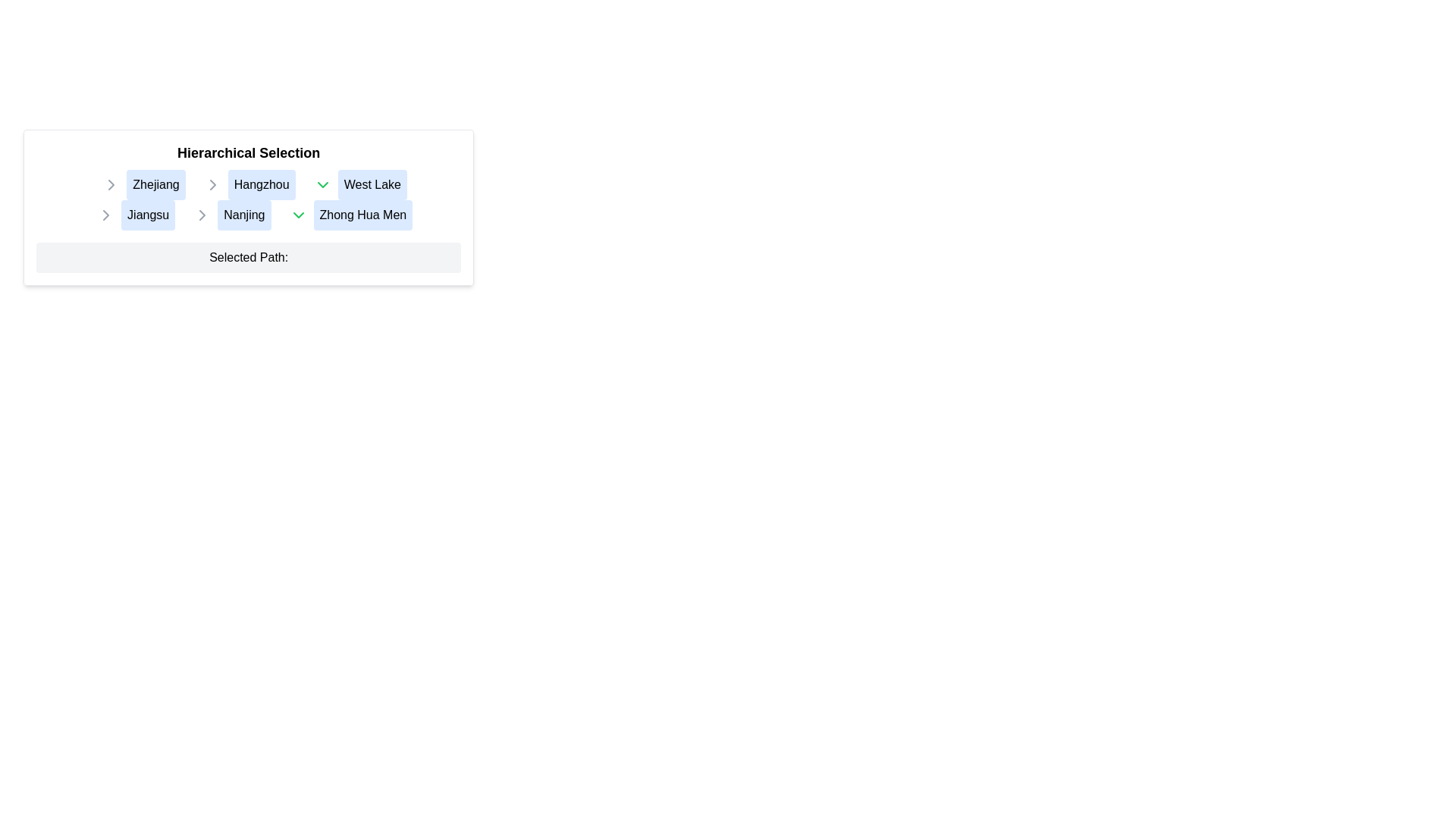 This screenshot has height=819, width=1456. What do you see at coordinates (344, 215) in the screenshot?
I see `the selectable option 'Zhong Hua Men' located under the hierarchical selection menu 'Jiangsu > Nanjing', which is the third option in the list` at bounding box center [344, 215].